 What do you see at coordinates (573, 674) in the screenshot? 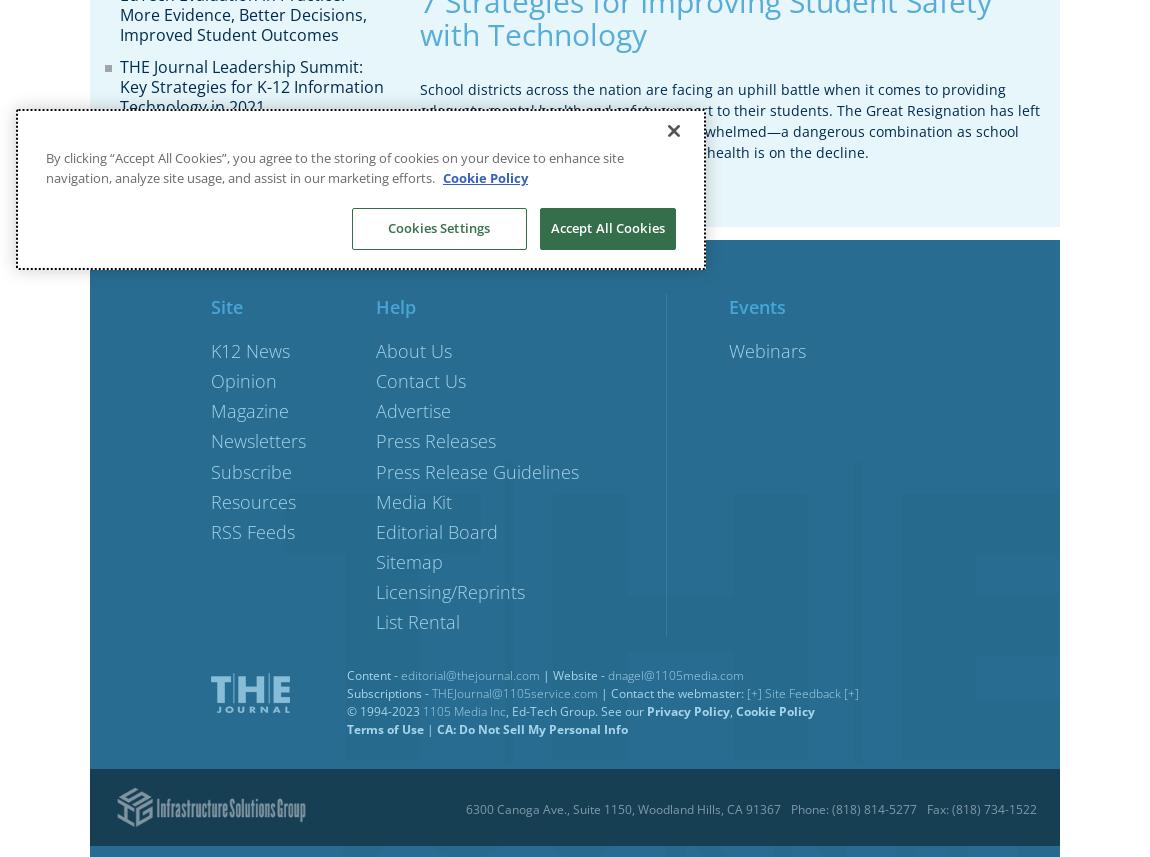
I see `'| Website -'` at bounding box center [573, 674].